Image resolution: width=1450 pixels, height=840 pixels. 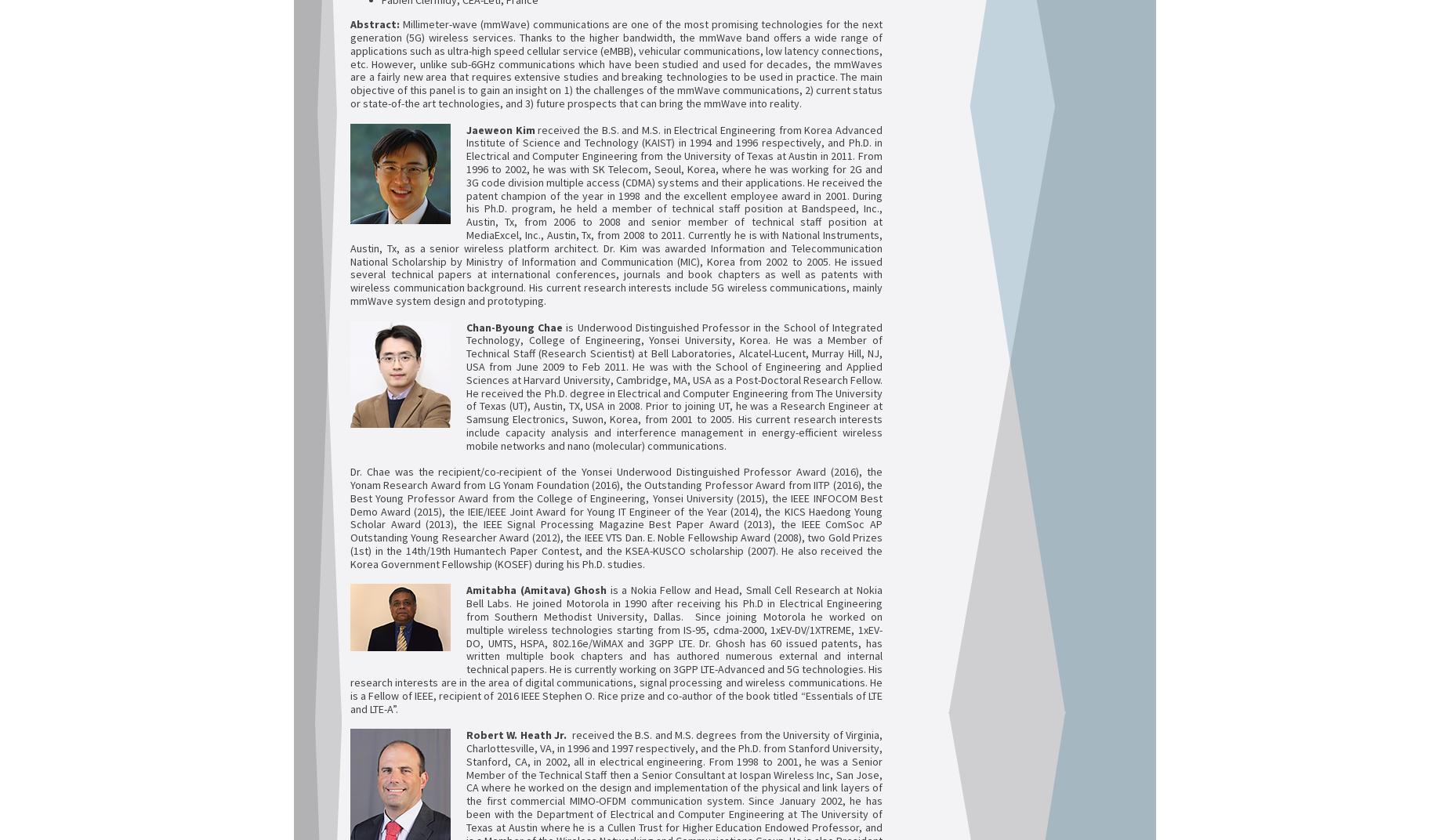 I want to click on 'Abstract:', so click(x=375, y=23).